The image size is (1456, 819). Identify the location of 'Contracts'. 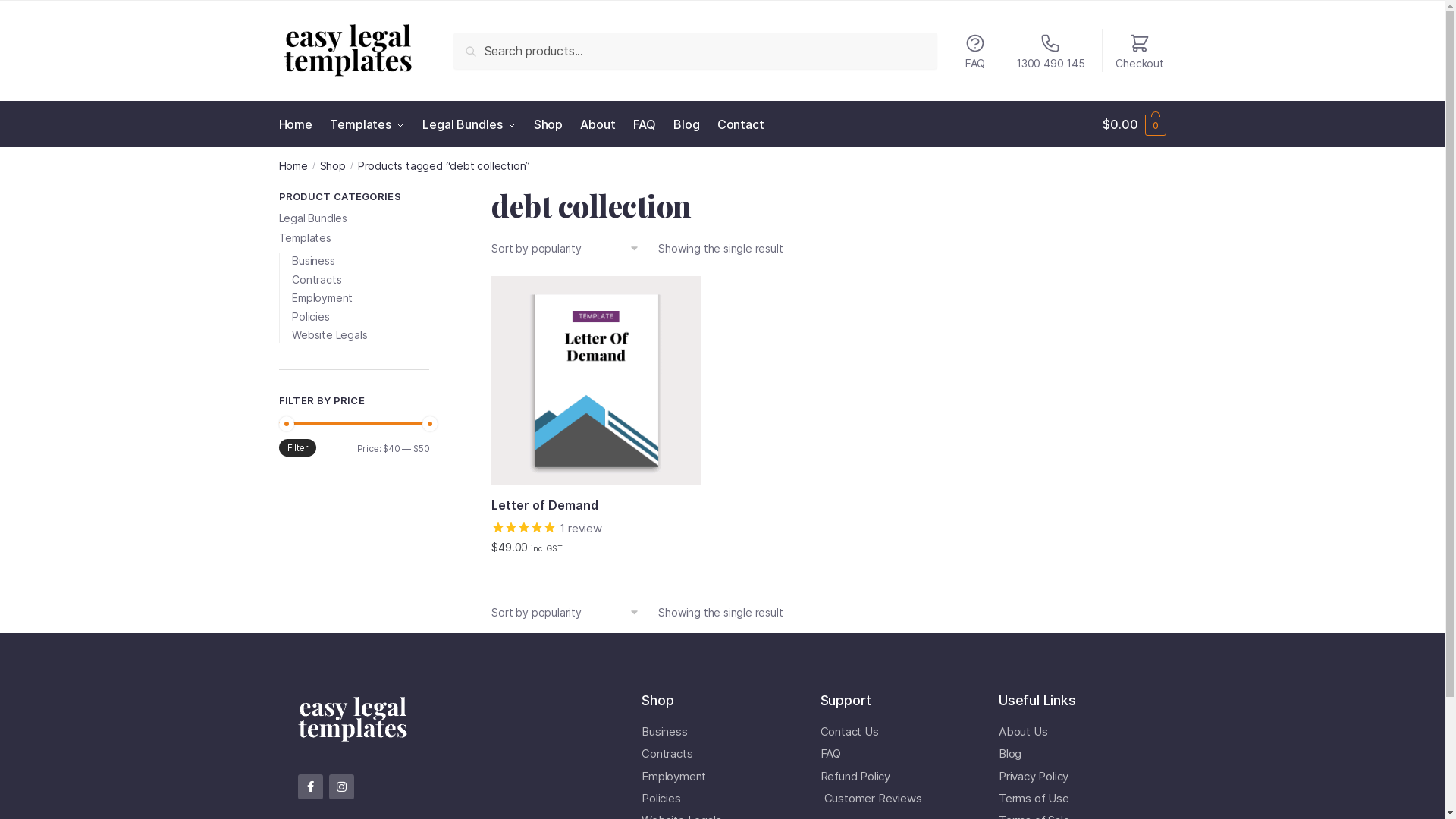
(291, 279).